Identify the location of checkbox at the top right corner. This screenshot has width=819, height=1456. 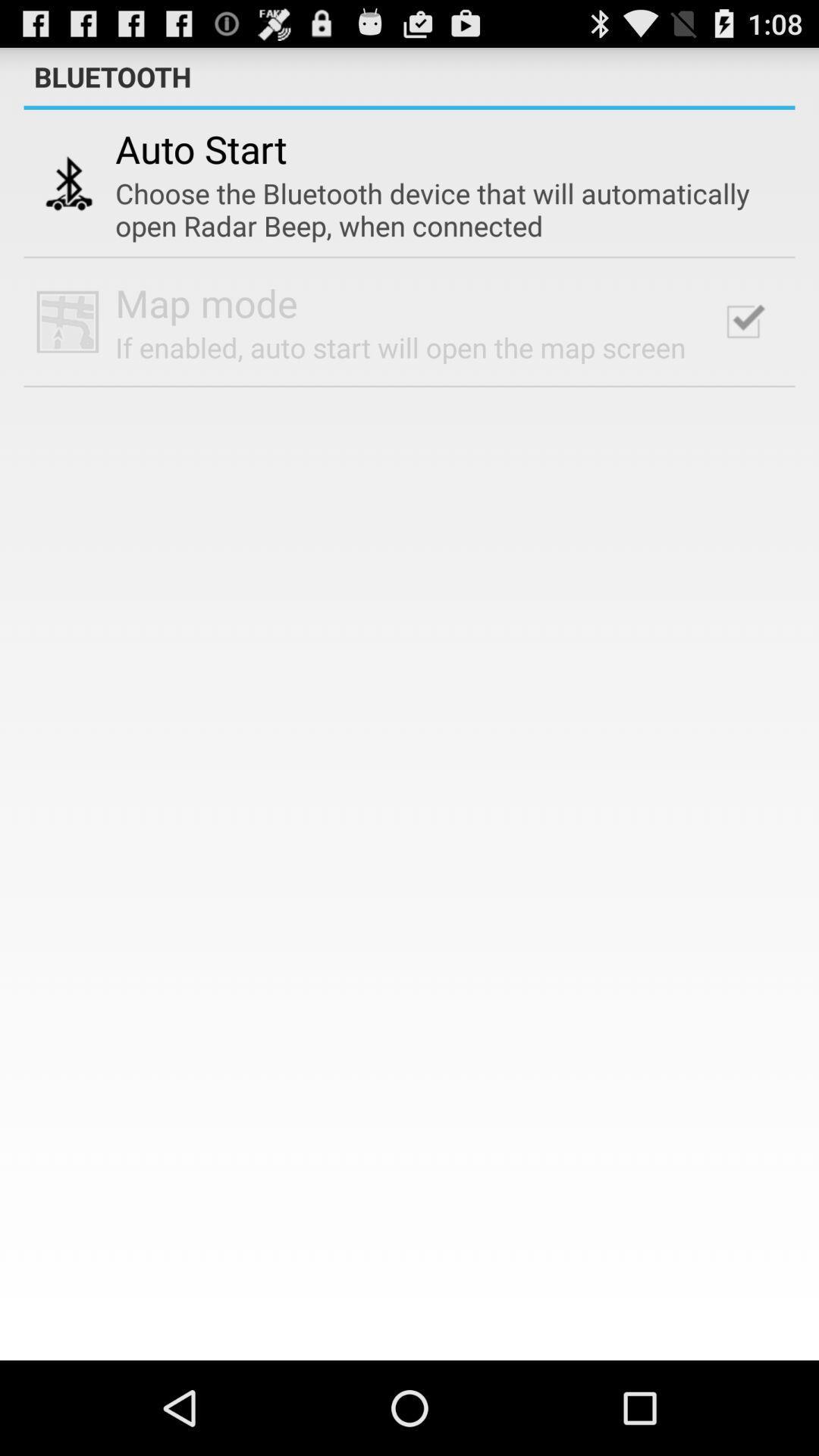
(742, 321).